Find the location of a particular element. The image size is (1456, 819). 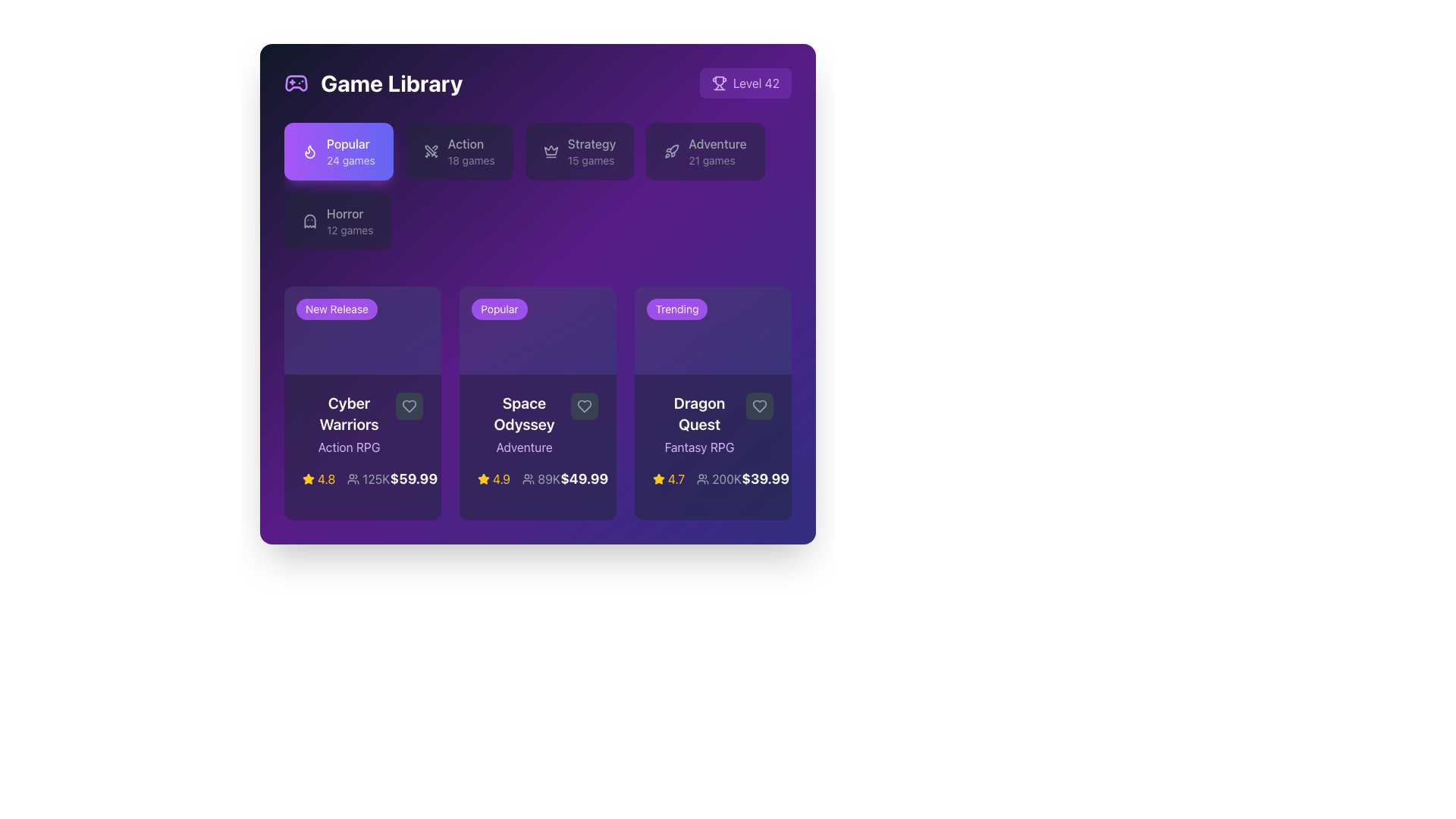

the numeric text element displaying '4.7' in bold yellow font, located under the label 'Dragon Quest' and near the yellow star rating icon, for accessibility purposes is located at coordinates (676, 479).